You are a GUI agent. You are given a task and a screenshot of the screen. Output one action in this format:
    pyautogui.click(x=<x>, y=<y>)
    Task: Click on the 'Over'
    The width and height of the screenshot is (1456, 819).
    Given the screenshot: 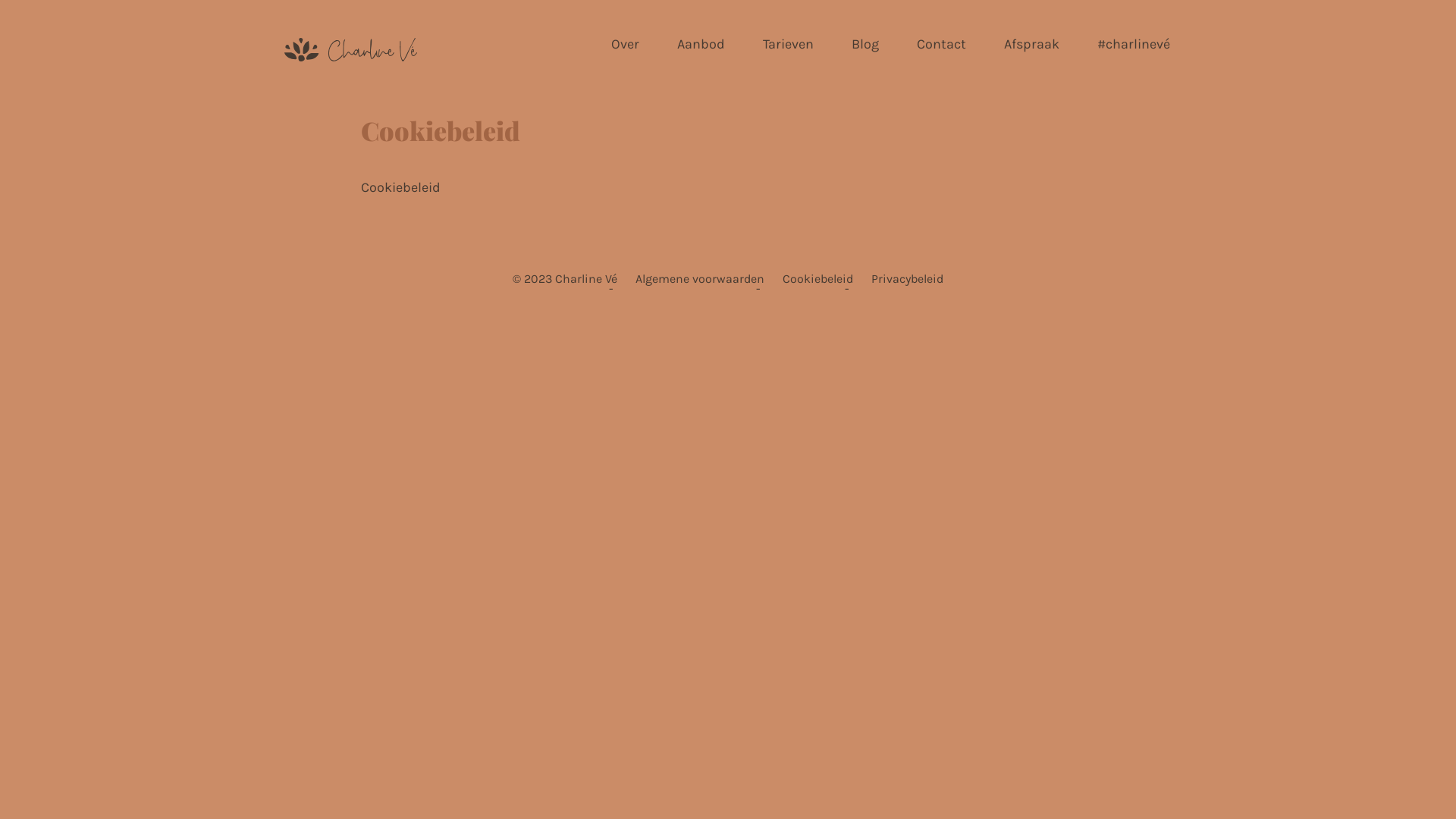 What is the action you would take?
    pyautogui.click(x=625, y=42)
    